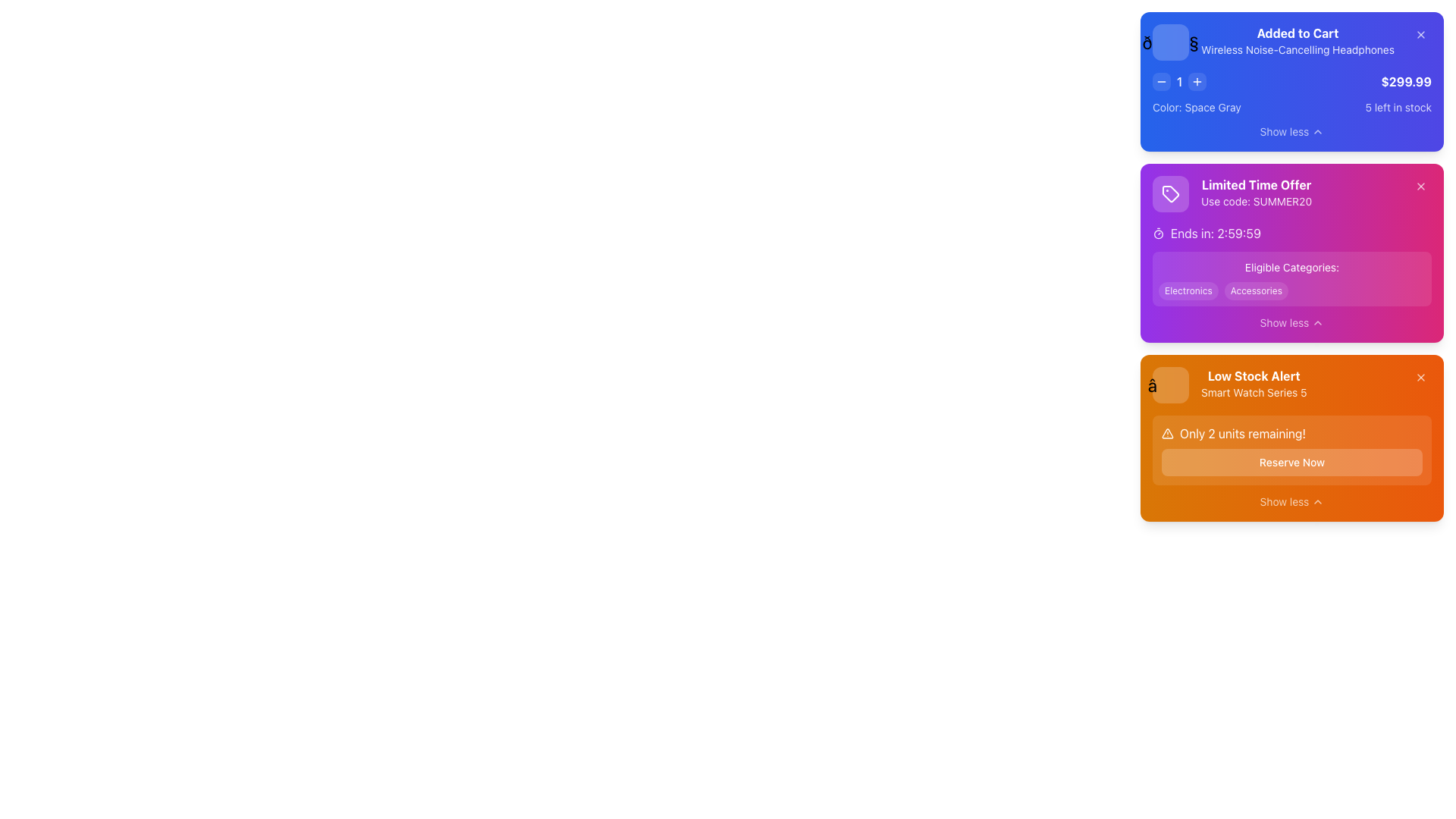 The width and height of the screenshot is (1456, 819). What do you see at coordinates (1297, 42) in the screenshot?
I see `the topmost notification text label indicating that the Wireless Noise-Cancelling Headphones have been successfully added to the cart` at bounding box center [1297, 42].